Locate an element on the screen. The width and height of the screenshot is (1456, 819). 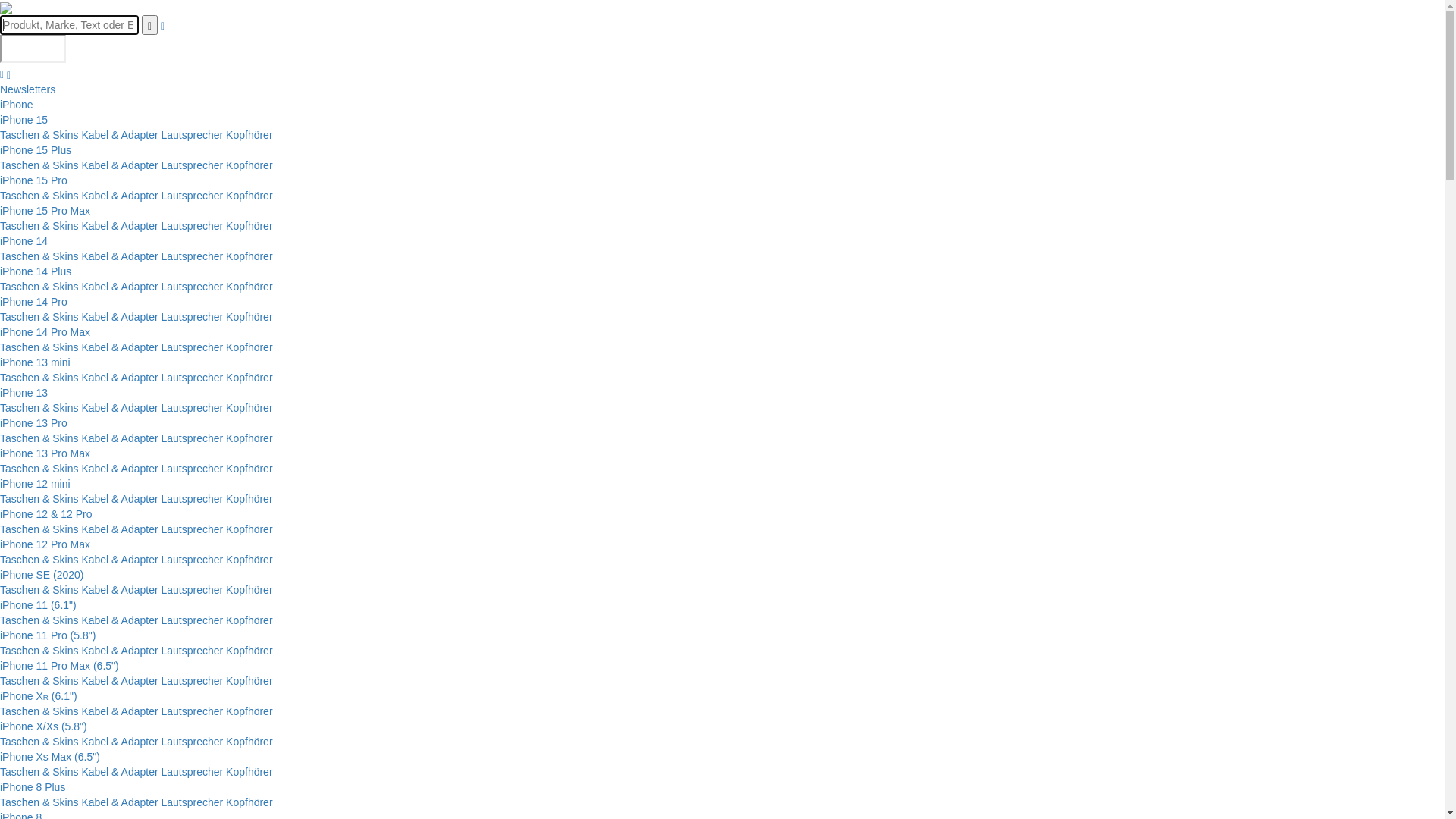
'iPhone 15 Plus' is located at coordinates (0, 149).